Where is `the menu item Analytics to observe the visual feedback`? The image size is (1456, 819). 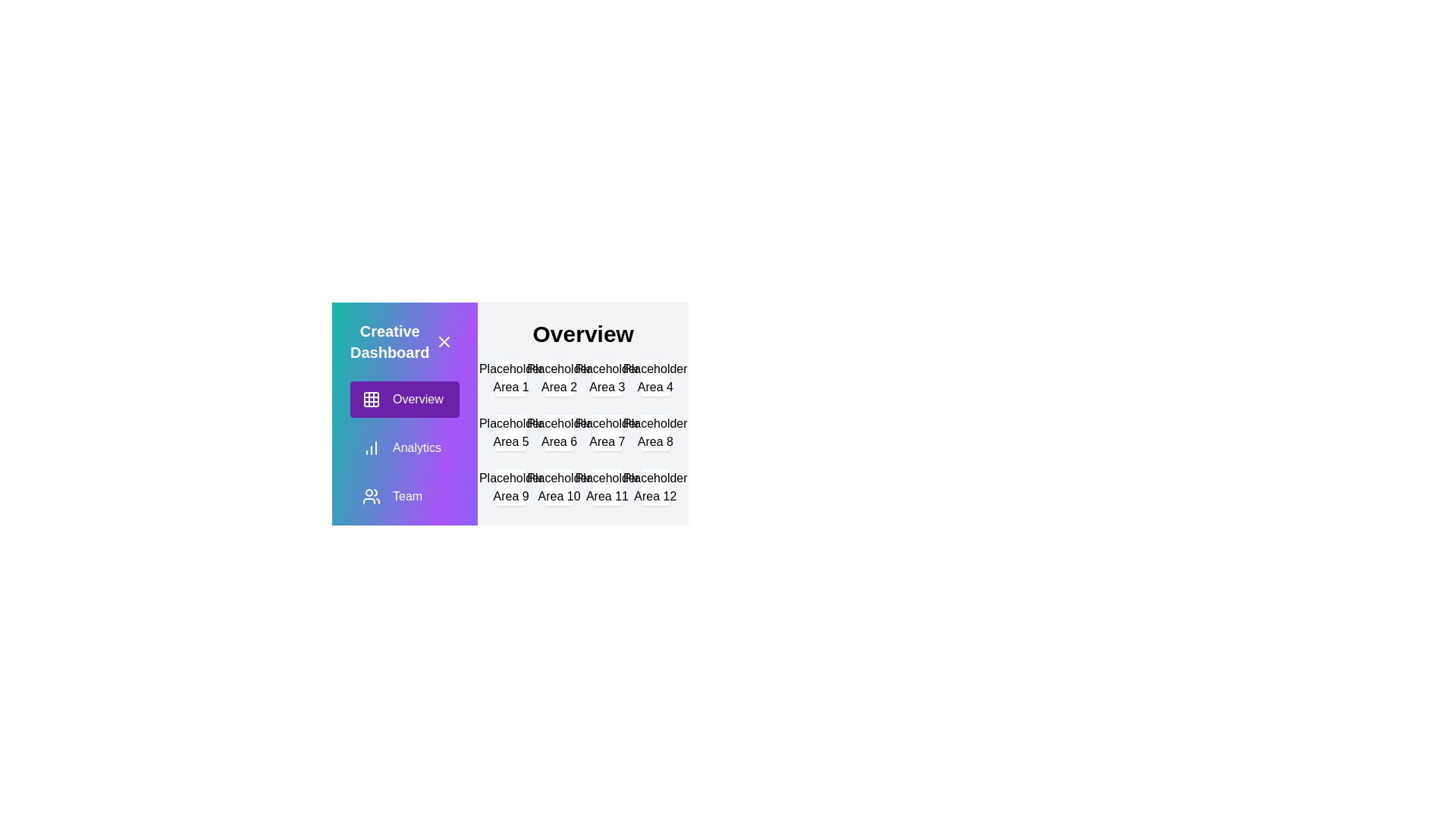
the menu item Analytics to observe the visual feedback is located at coordinates (404, 447).